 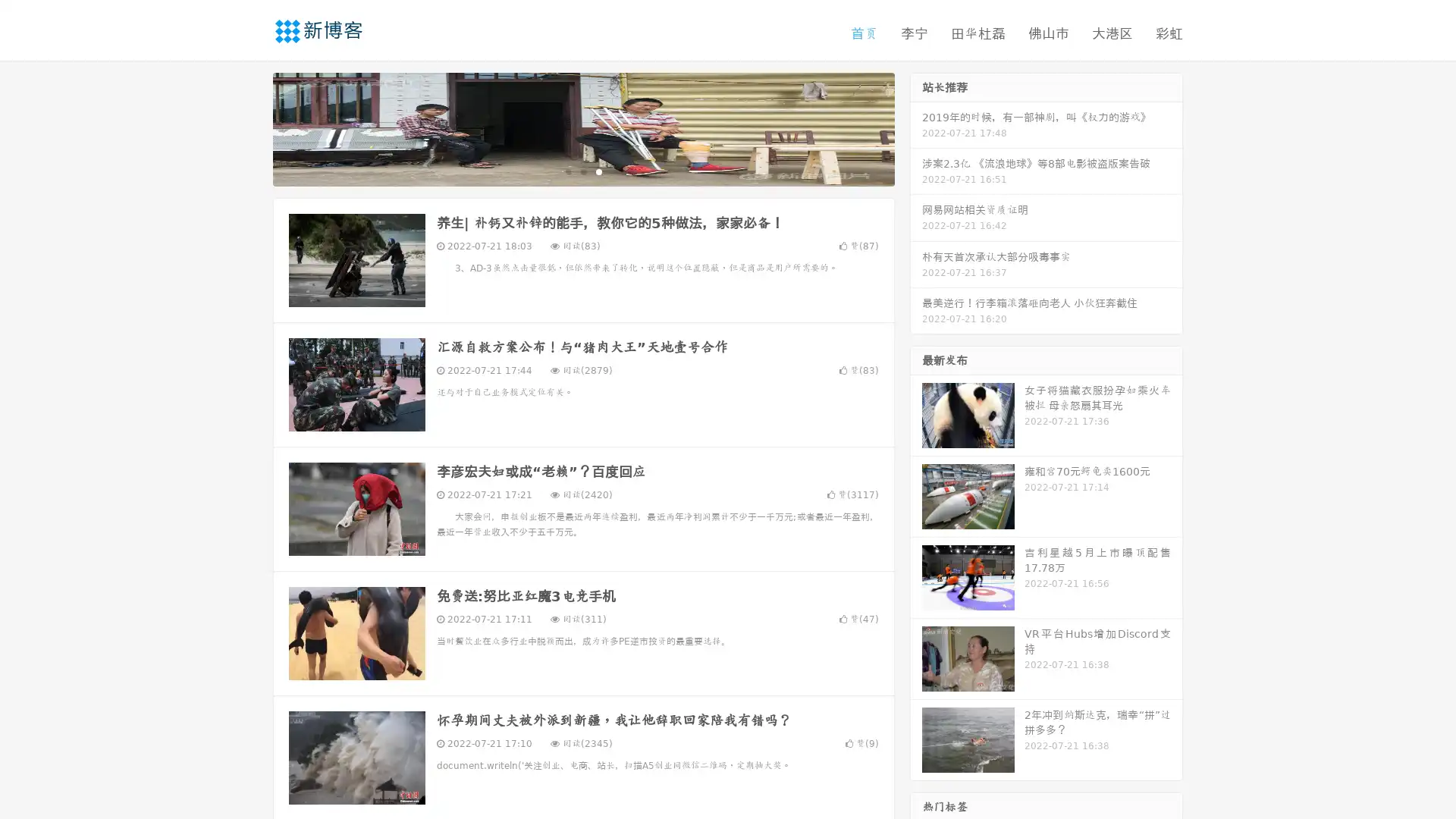 I want to click on Go to slide 3, so click(x=598, y=171).